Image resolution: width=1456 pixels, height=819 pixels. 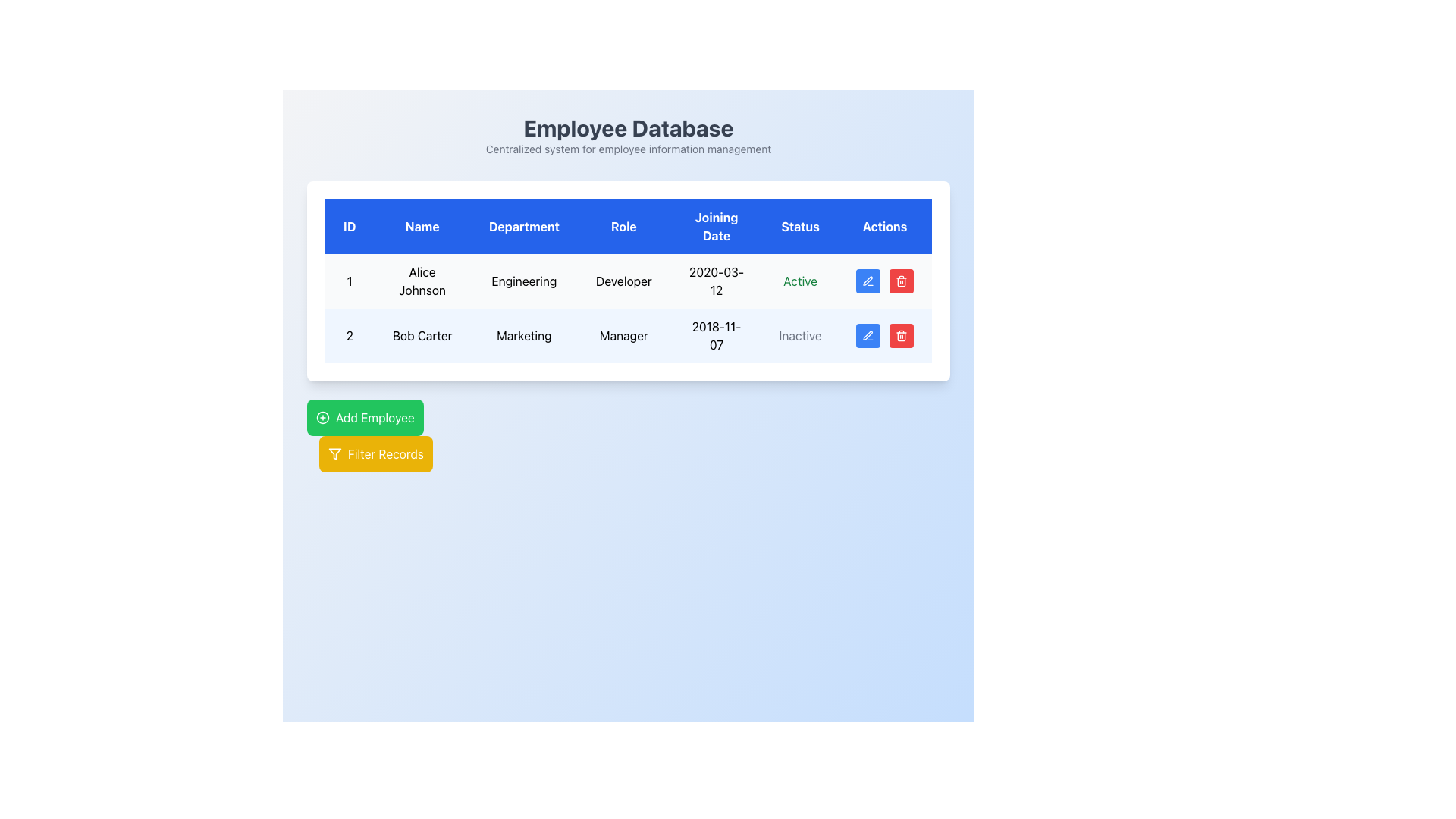 What do you see at coordinates (799, 281) in the screenshot?
I see `the text label indicating the current status of the employee, which shows that Alice Johnson is active, located under the 'Status' column in the first row of the table` at bounding box center [799, 281].